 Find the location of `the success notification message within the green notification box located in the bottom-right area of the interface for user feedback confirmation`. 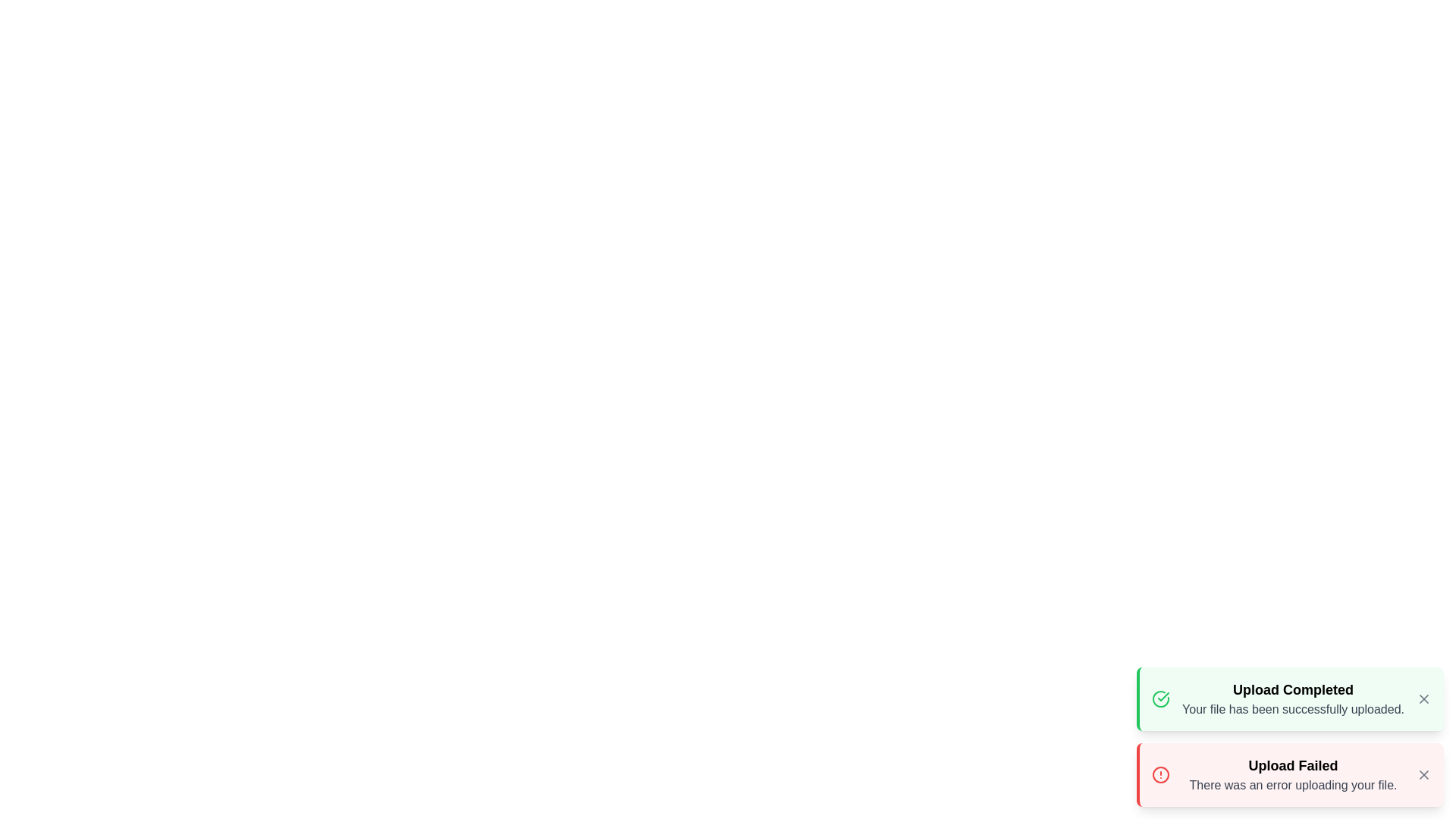

the success notification message within the green notification box located in the bottom-right area of the interface for user feedback confirmation is located at coordinates (1292, 698).